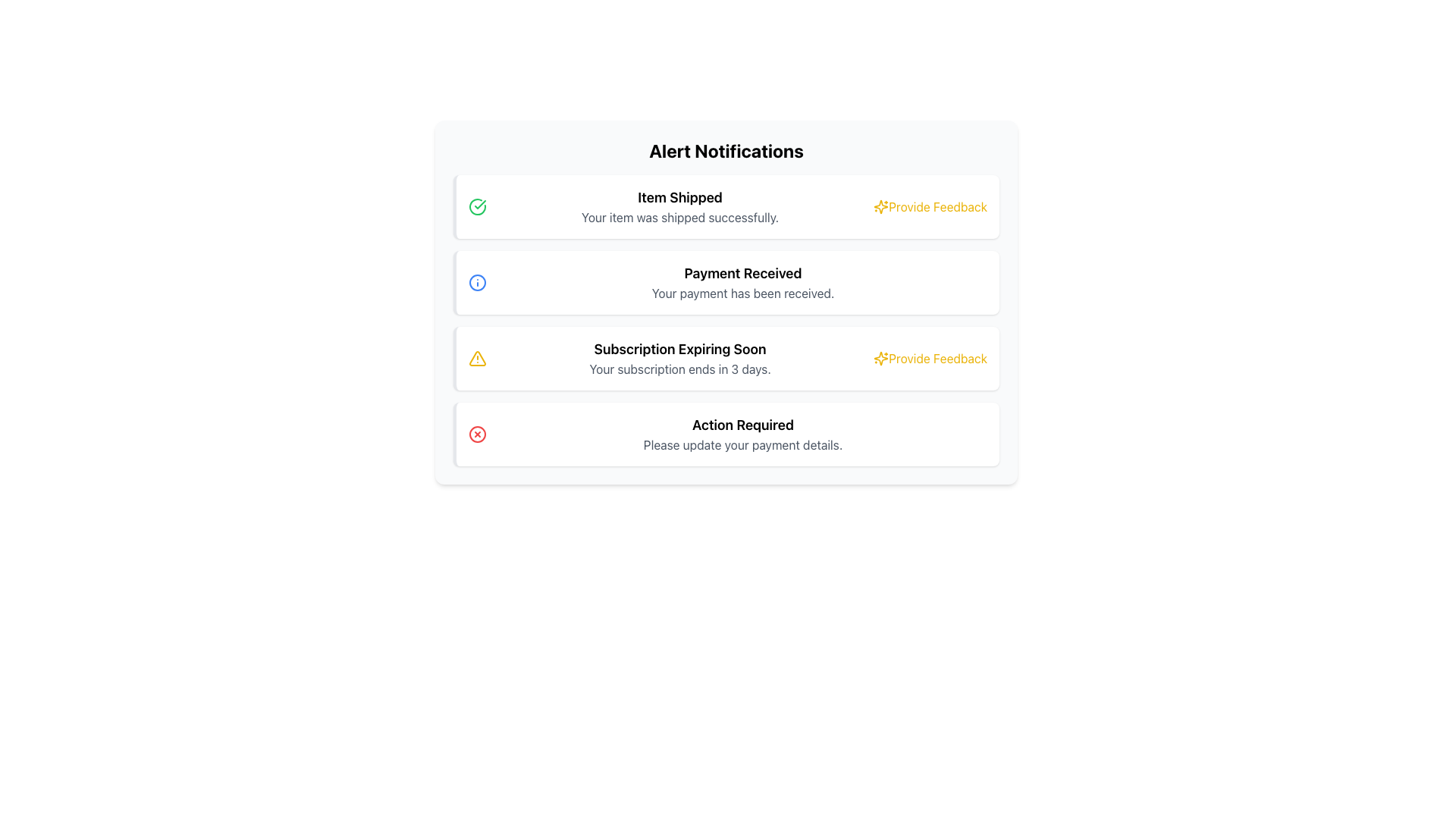 The width and height of the screenshot is (1456, 819). Describe the element at coordinates (742, 425) in the screenshot. I see `the bold, centered text label reading 'Action Required' located at the top center of the notification card within the 'Alert Notifications' list` at that location.